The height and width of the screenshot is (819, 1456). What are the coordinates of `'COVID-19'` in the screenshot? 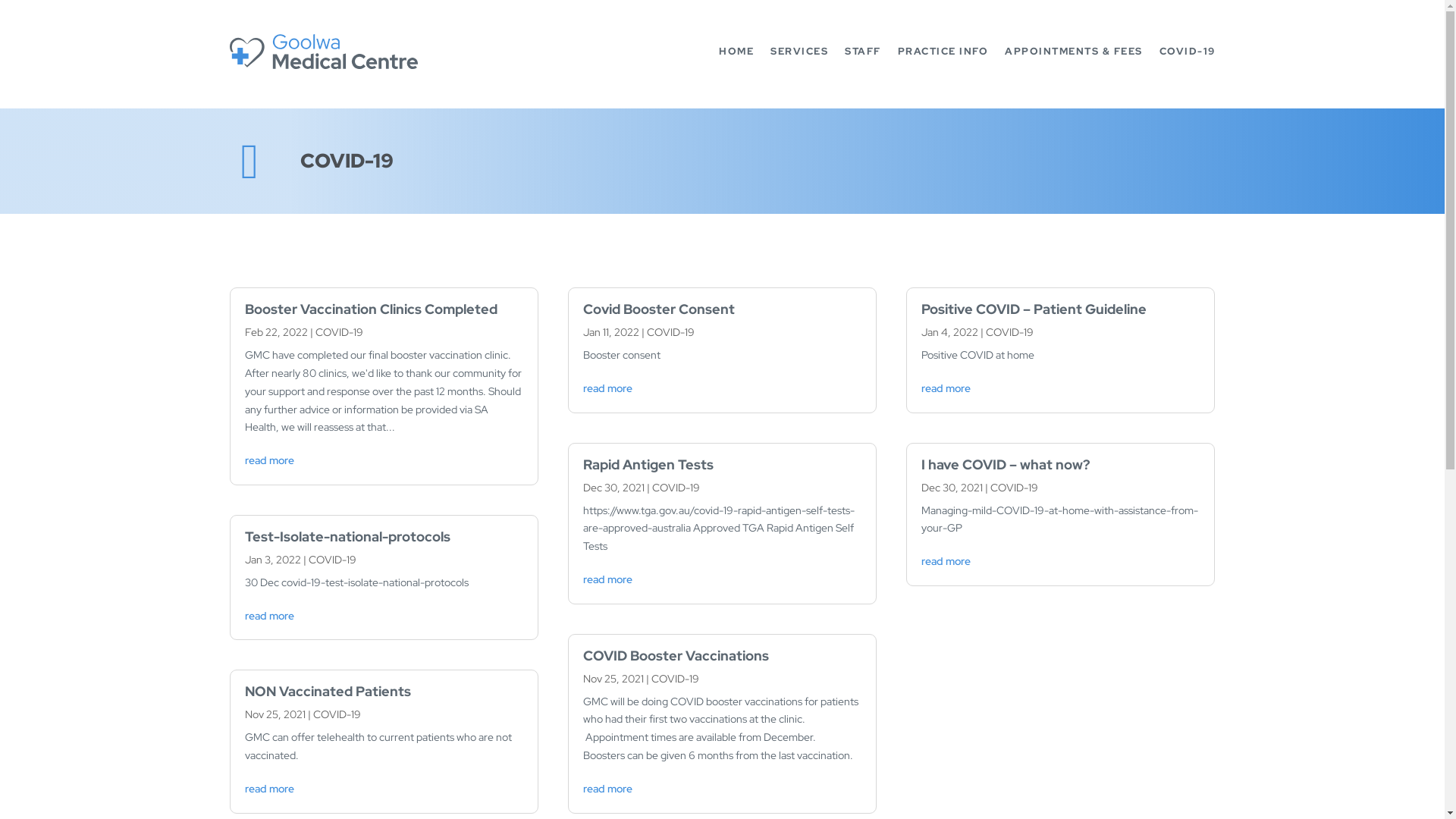 It's located at (338, 331).